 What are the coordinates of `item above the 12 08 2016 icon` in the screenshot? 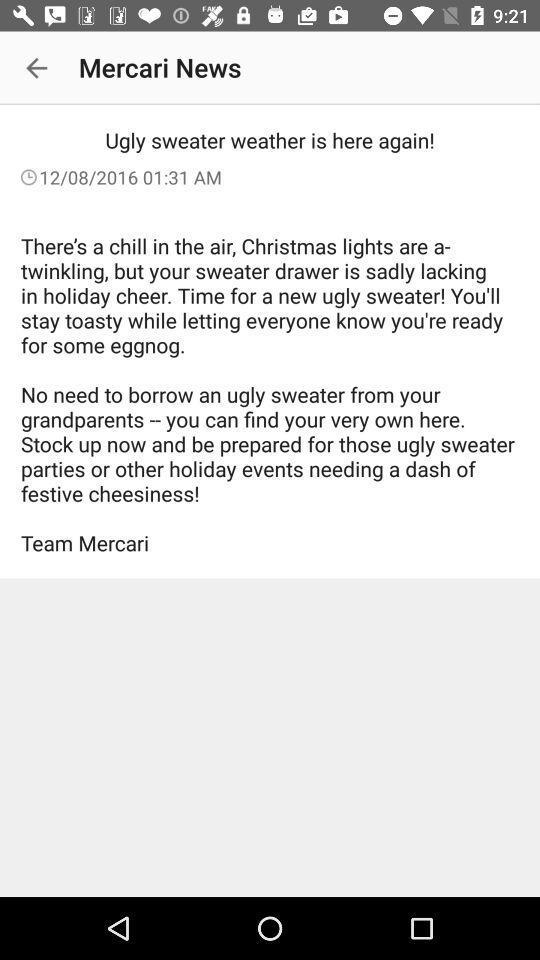 It's located at (36, 68).